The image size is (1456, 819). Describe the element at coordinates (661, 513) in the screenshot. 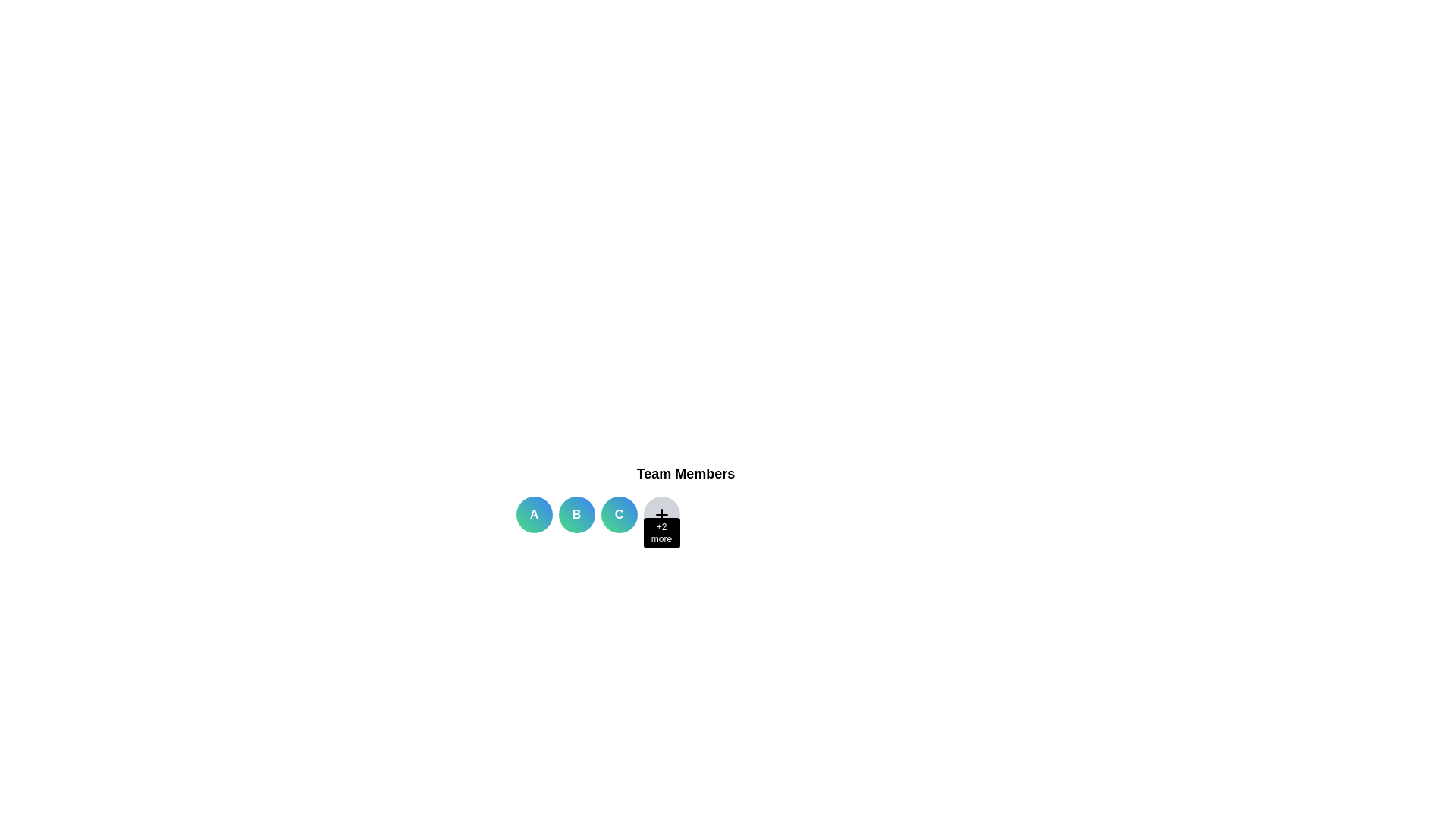

I see `the small circular button with a light gray background and a black 'Plus' symbol` at that location.